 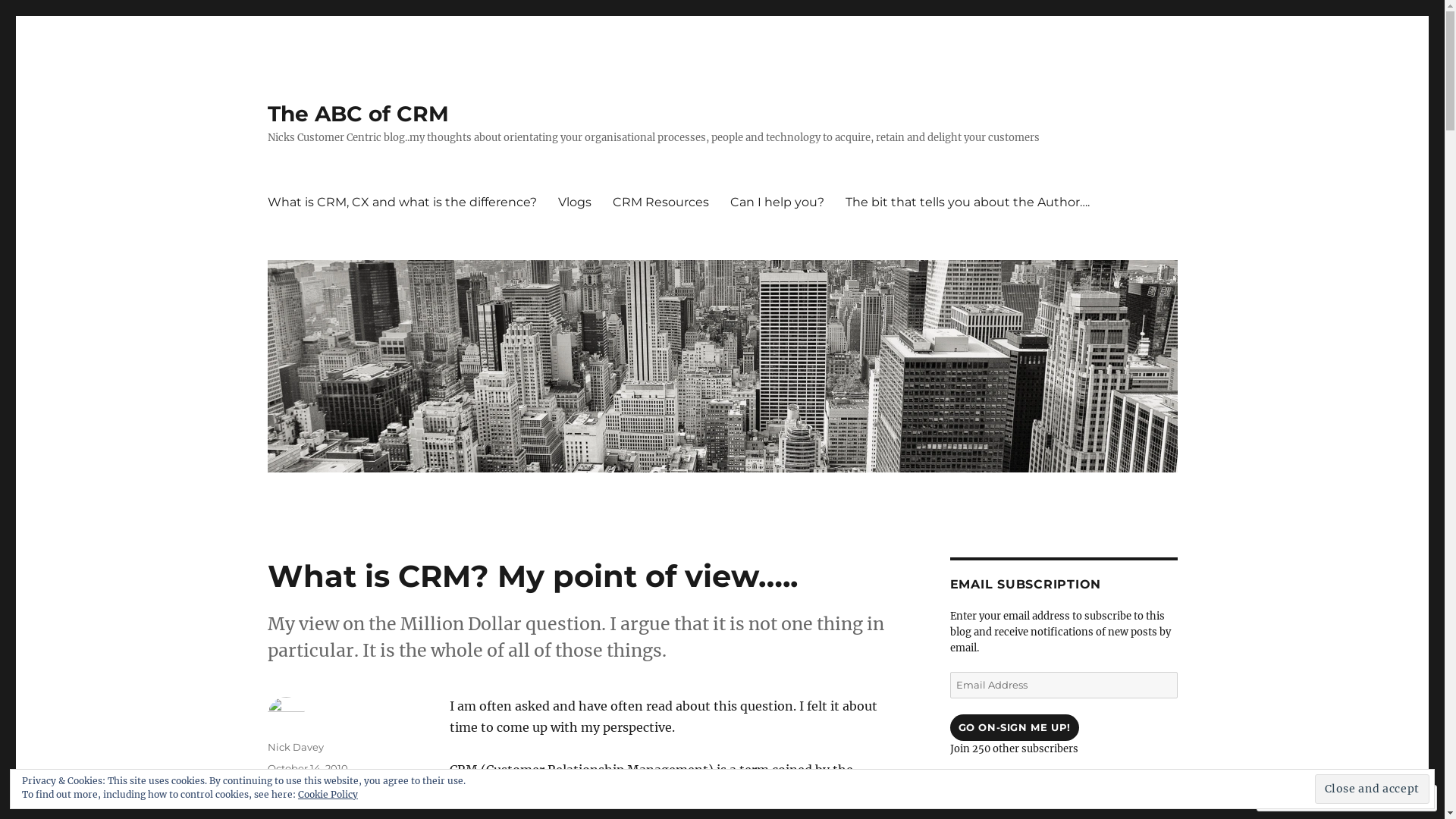 What do you see at coordinates (661, 201) in the screenshot?
I see `'CRM Resources'` at bounding box center [661, 201].